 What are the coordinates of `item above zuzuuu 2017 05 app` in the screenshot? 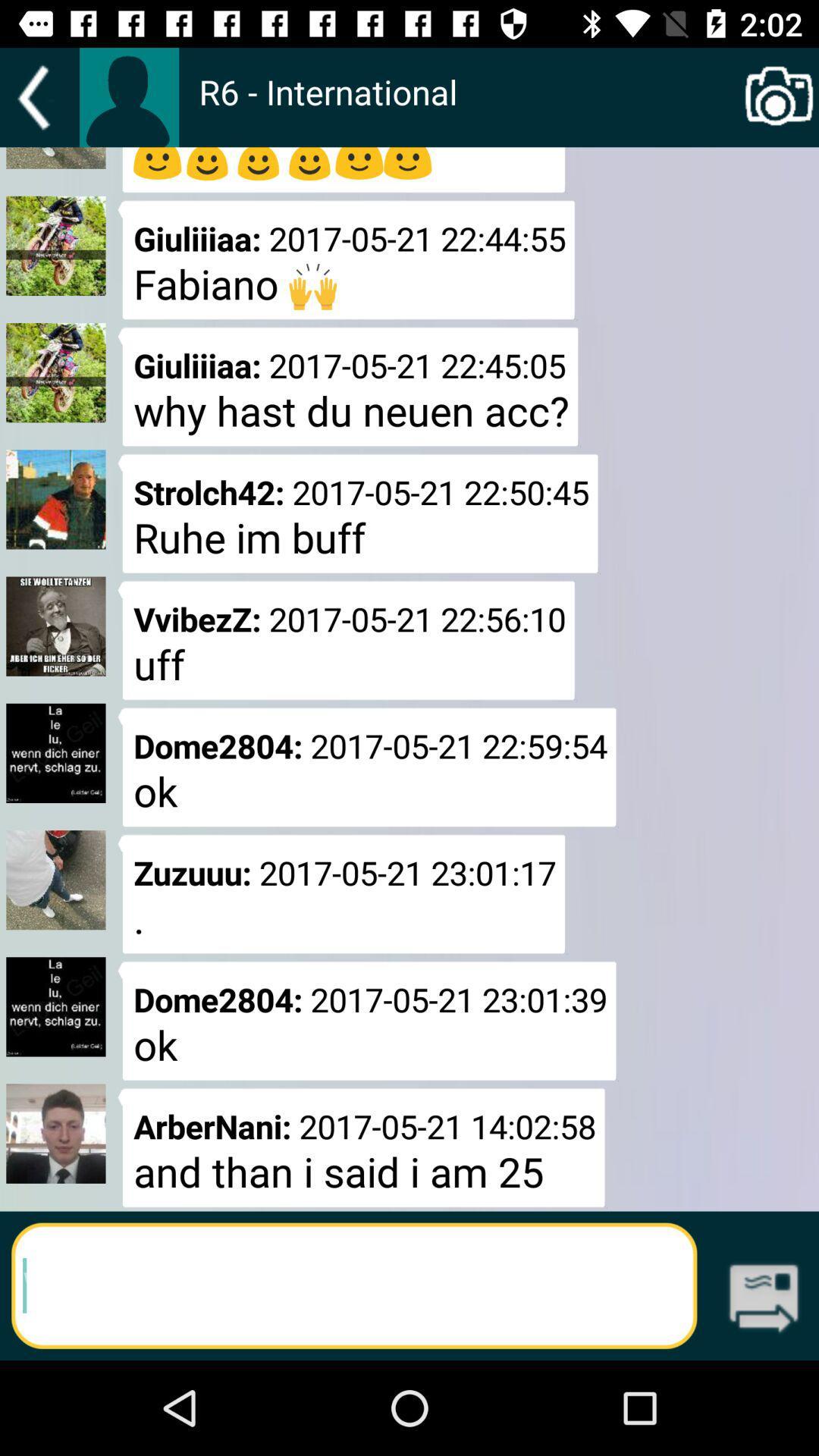 It's located at (468, 107).